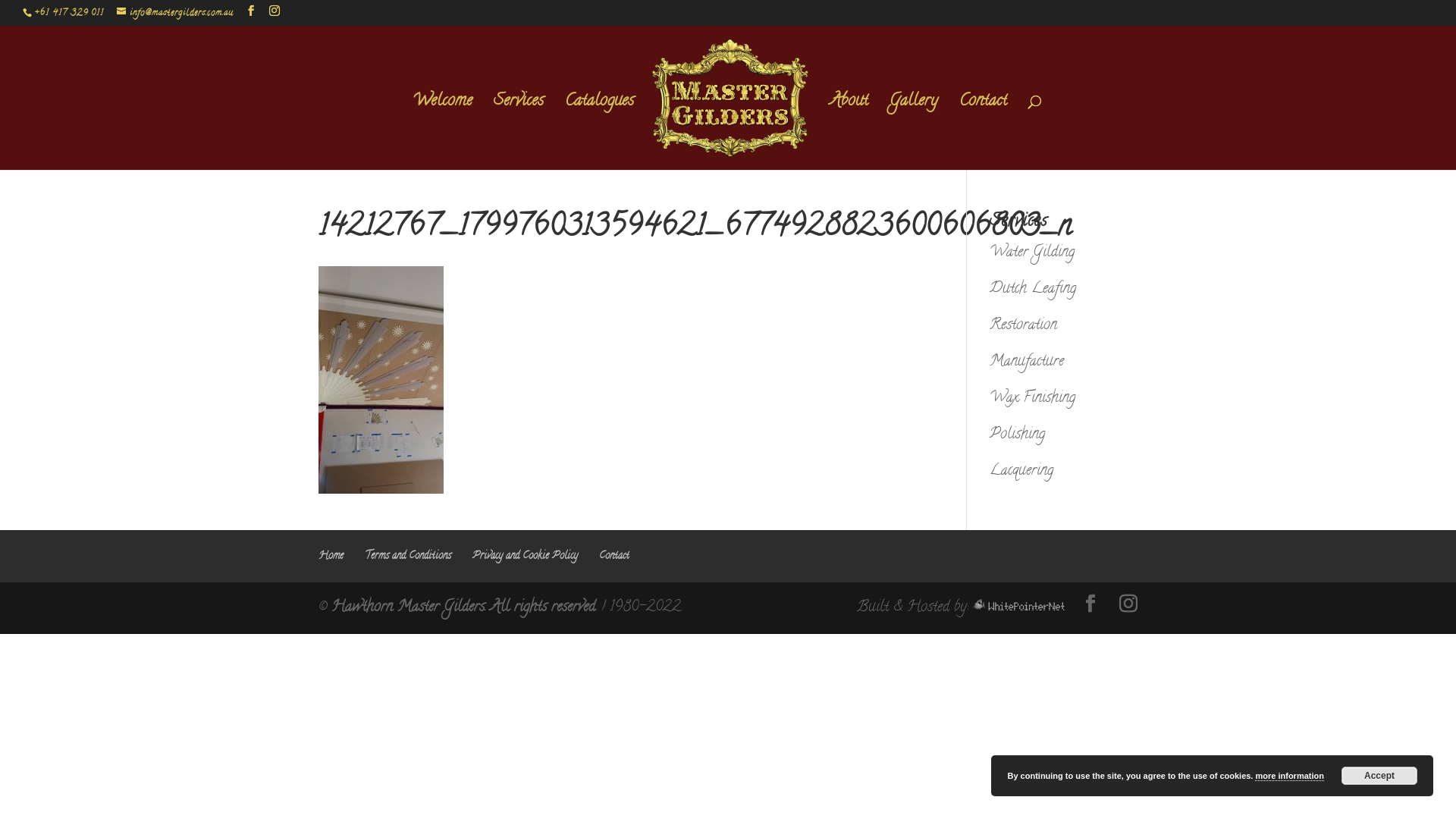 The width and height of the screenshot is (1456, 819). I want to click on 'Accept', so click(1379, 775).